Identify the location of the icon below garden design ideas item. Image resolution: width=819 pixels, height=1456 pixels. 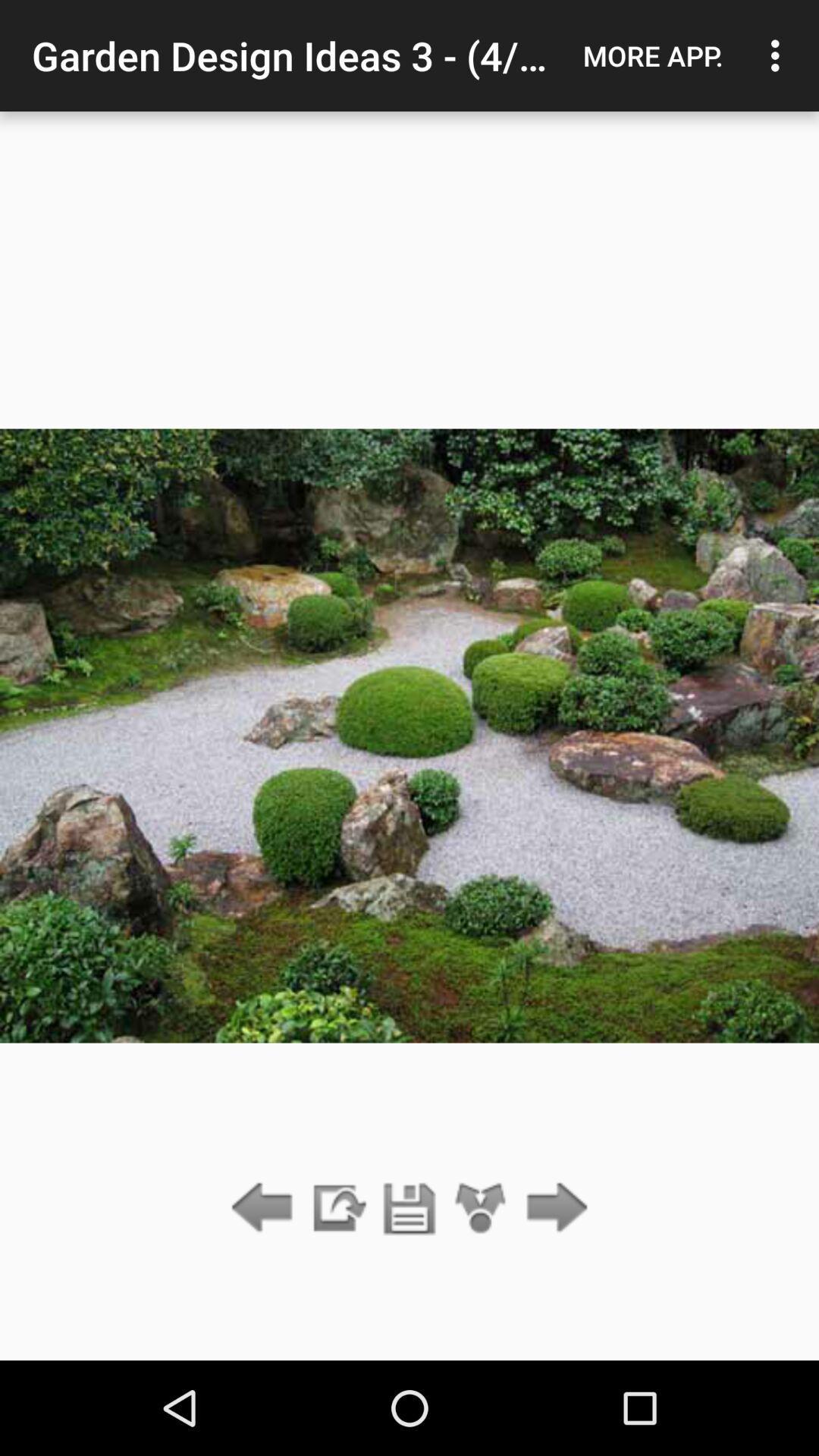
(409, 1208).